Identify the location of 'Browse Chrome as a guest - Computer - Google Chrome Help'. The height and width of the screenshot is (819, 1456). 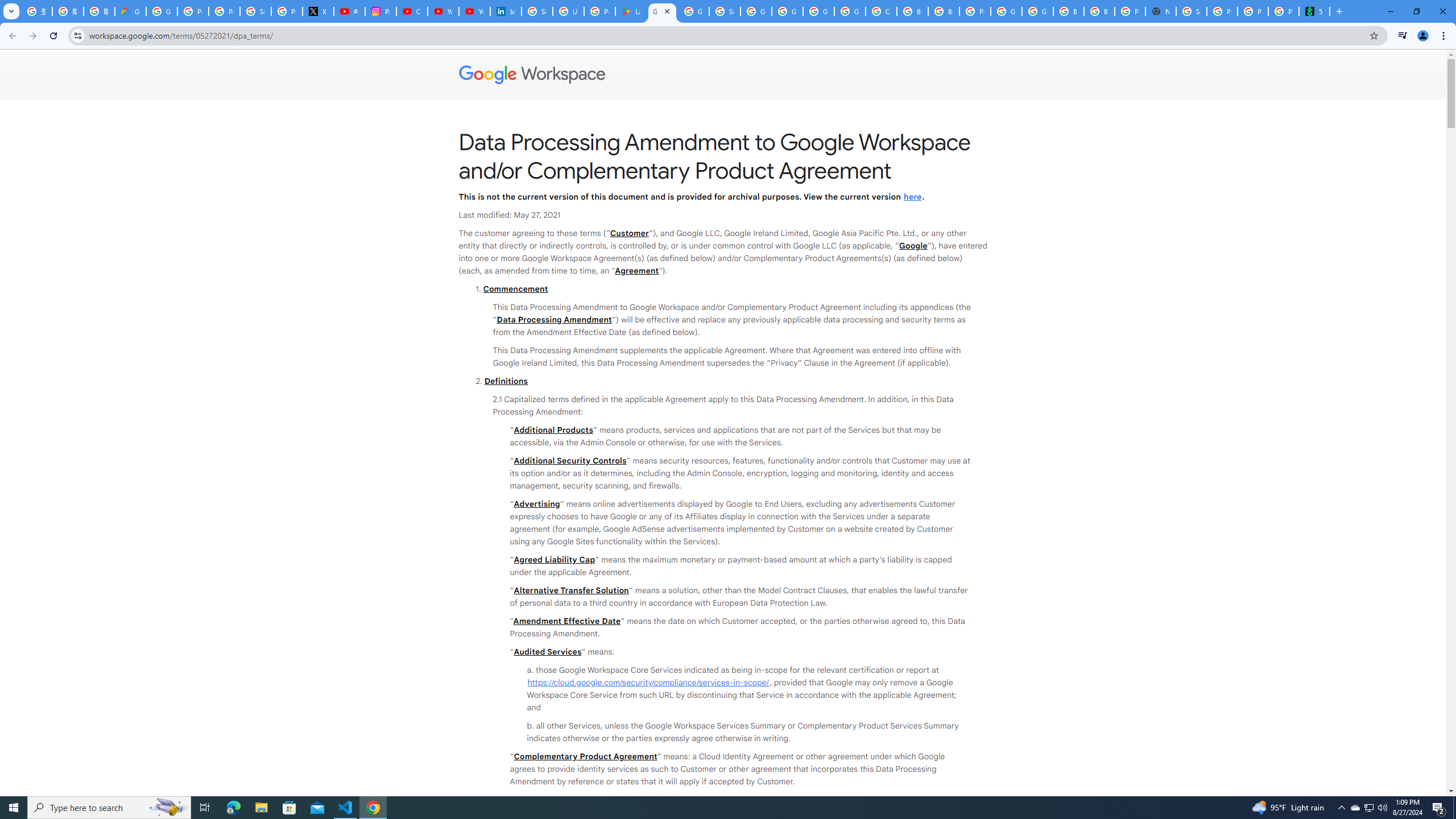
(1099, 11).